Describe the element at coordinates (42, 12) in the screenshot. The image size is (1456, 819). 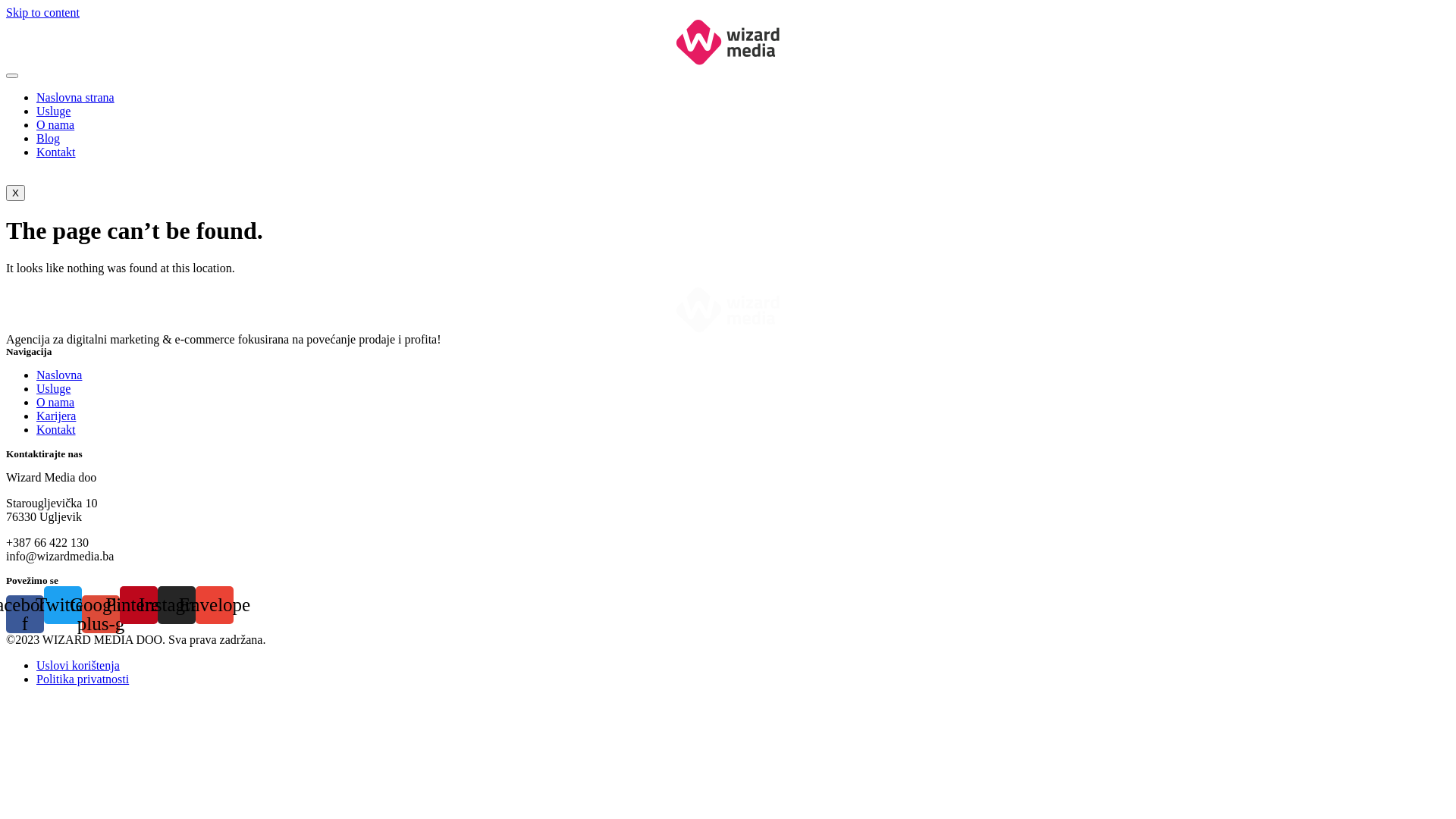
I see `'Skip to content'` at that location.